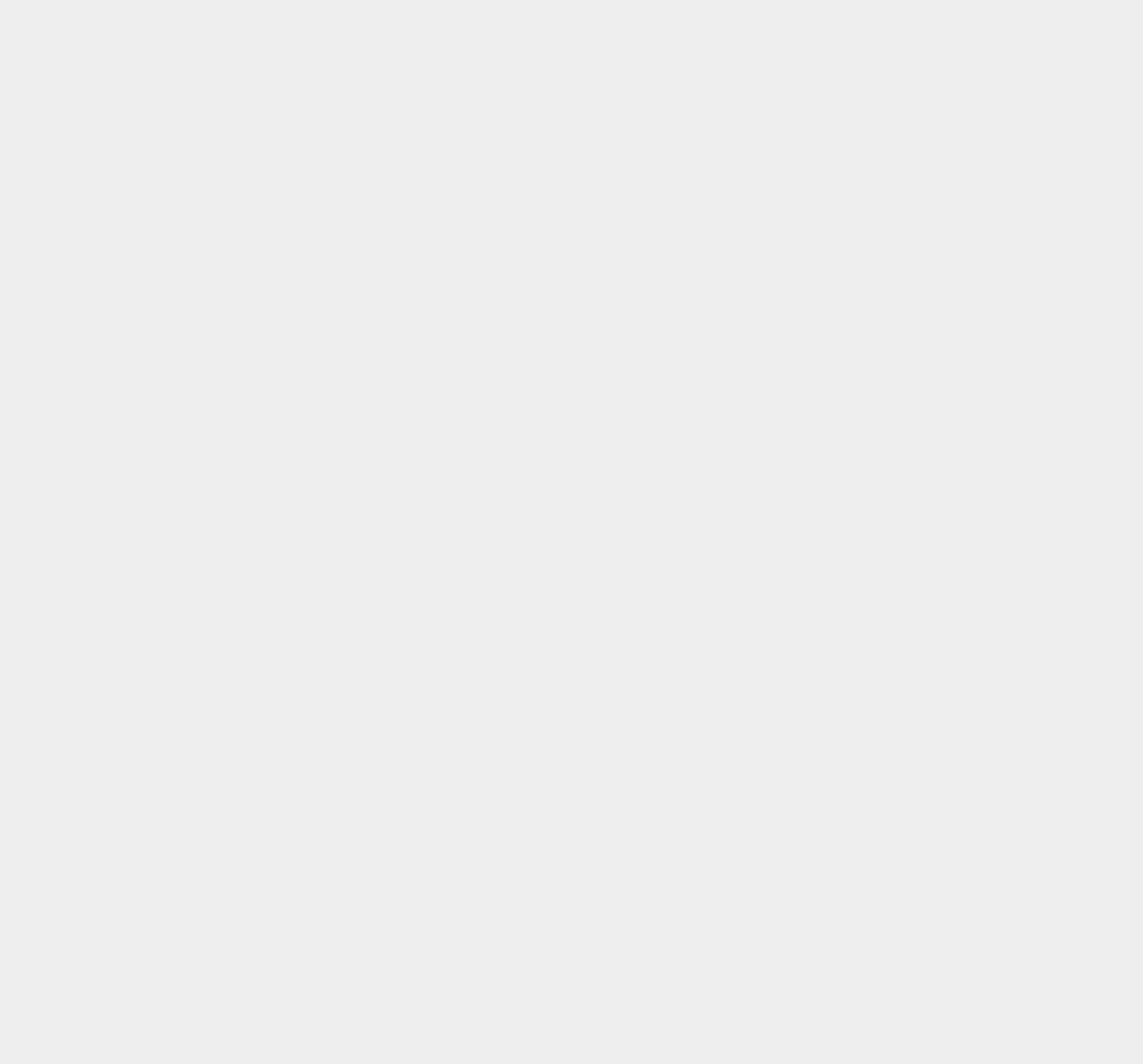 This screenshot has width=1143, height=1064. I want to click on 'TypePad', so click(833, 258).